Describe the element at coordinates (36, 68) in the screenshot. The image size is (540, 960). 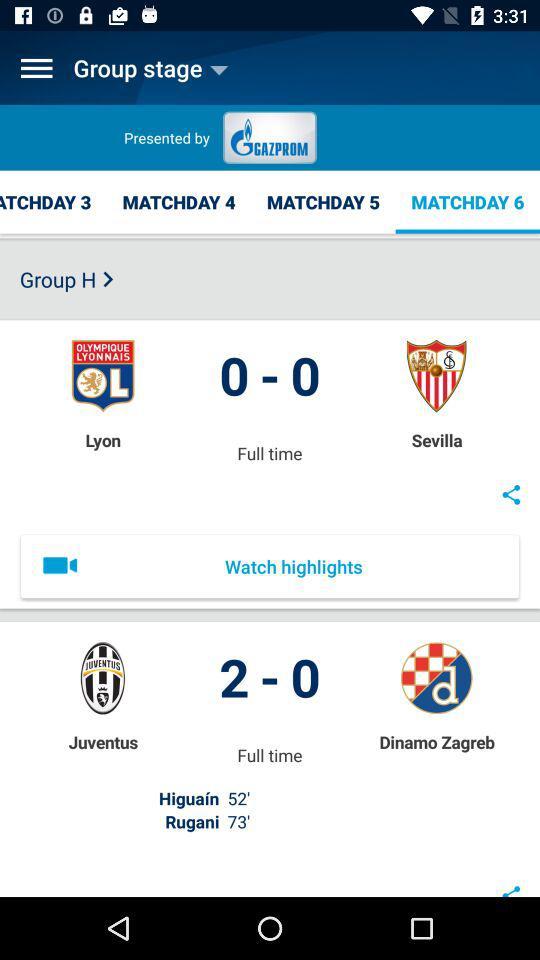
I see `menu options` at that location.